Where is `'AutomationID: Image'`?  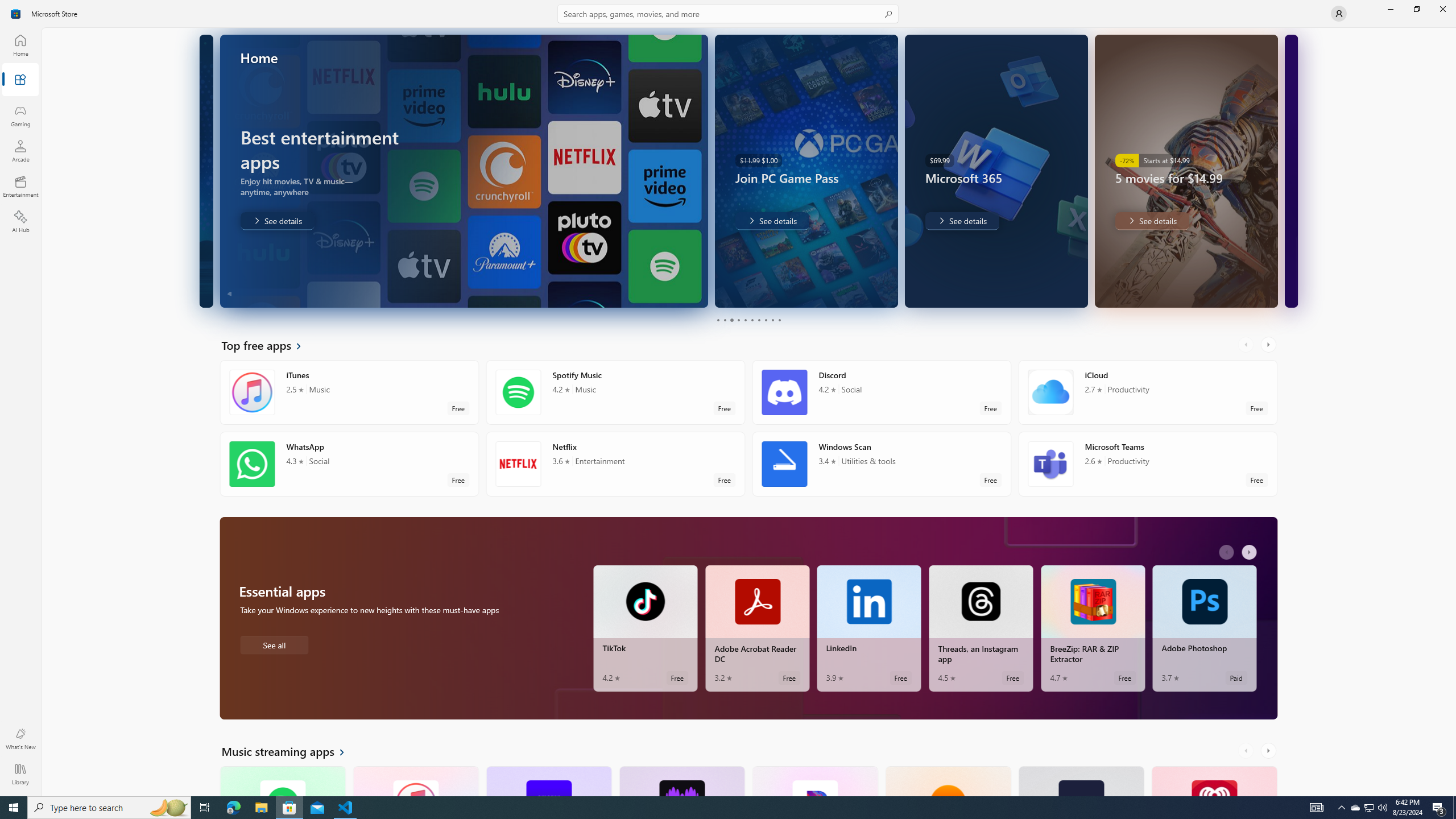 'AutomationID: Image' is located at coordinates (1290, 170).